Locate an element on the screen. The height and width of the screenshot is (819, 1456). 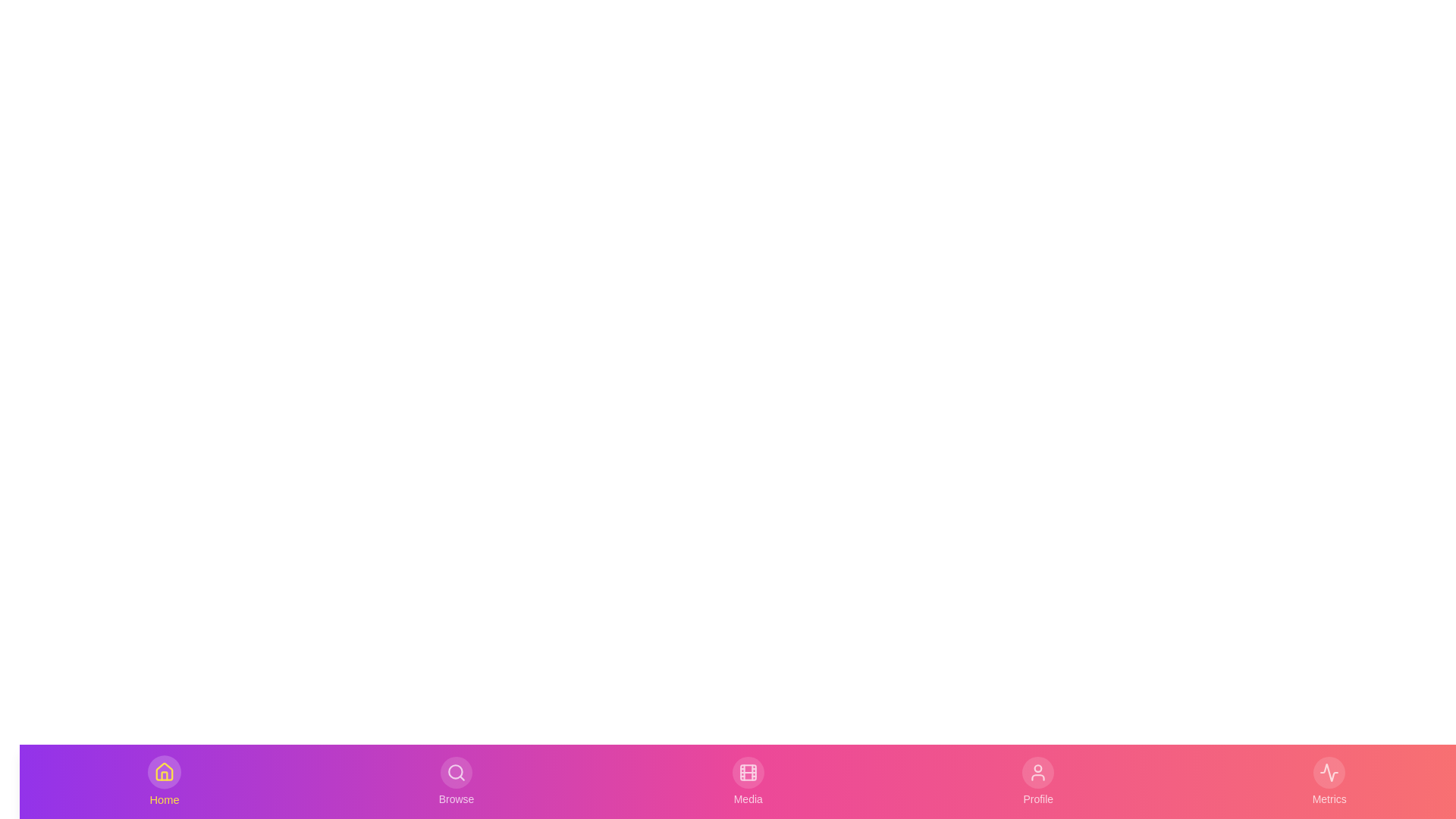
the Browse tab to activate it is located at coordinates (455, 781).